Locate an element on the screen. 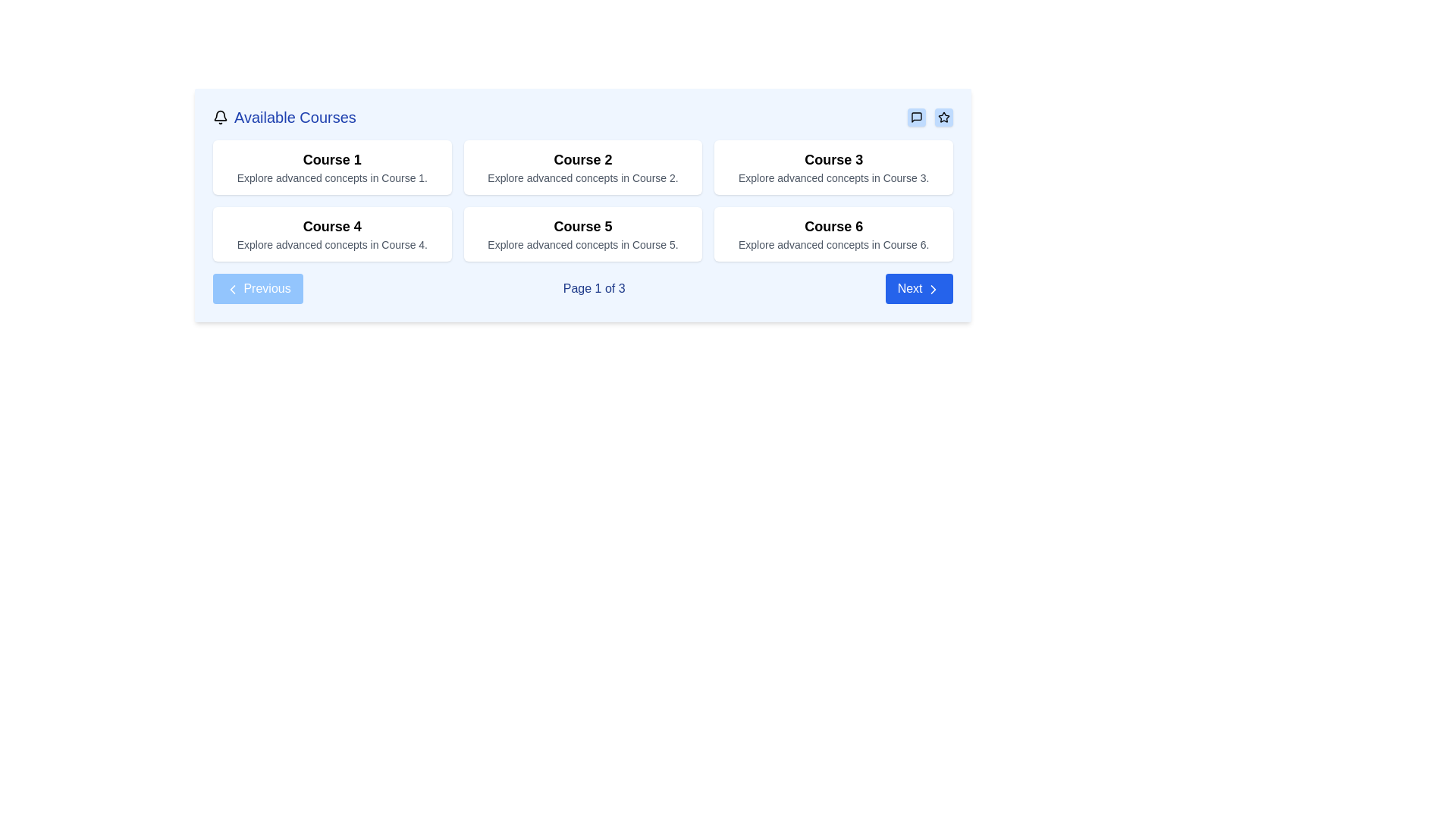 The height and width of the screenshot is (819, 1456). the chevron icon located on the right edge of the 'Next' button in the lower-right corner of the card layout for navigation is located at coordinates (932, 289).